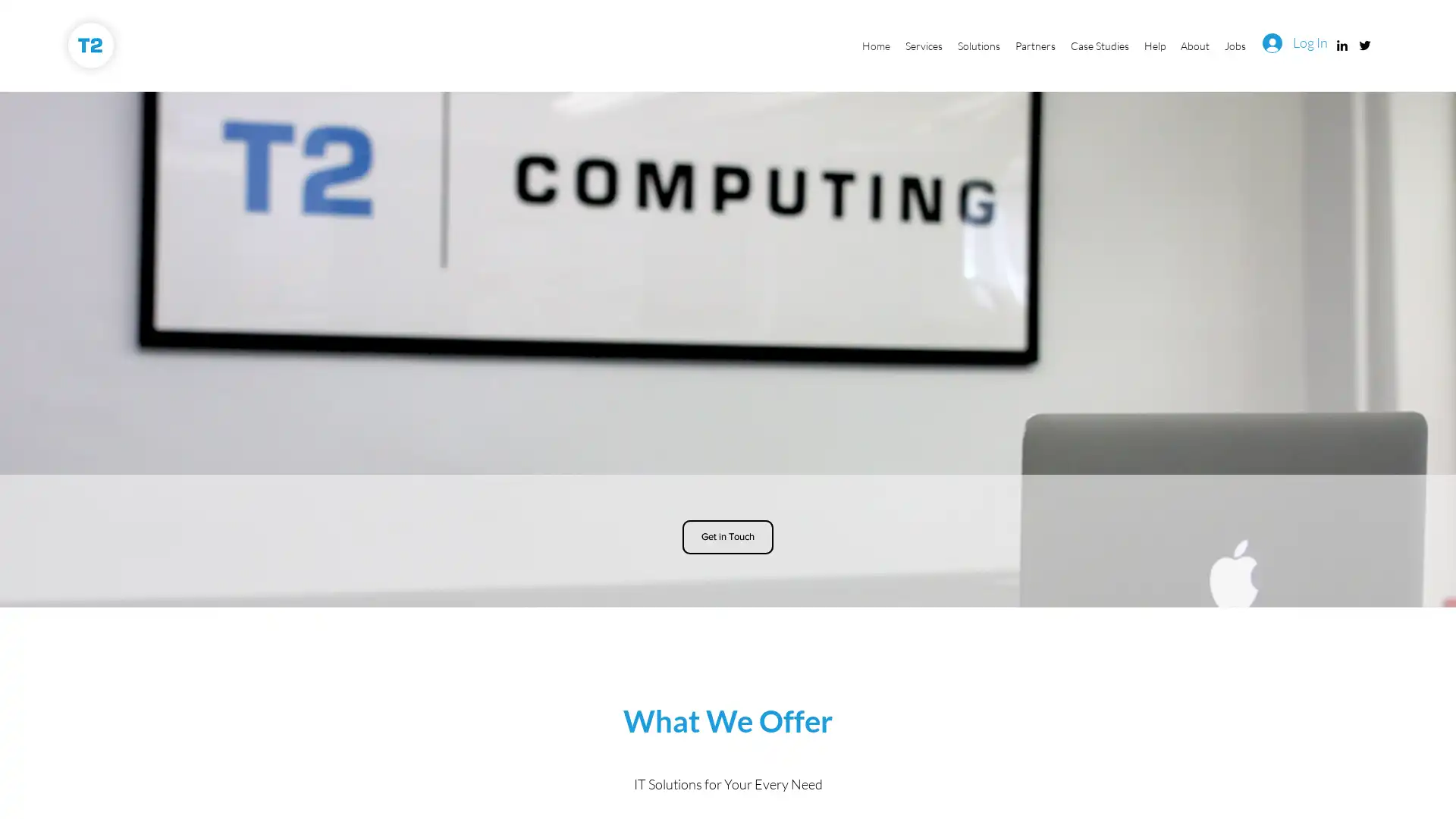 Image resolution: width=1456 pixels, height=819 pixels. What do you see at coordinates (1294, 42) in the screenshot?
I see `Log In` at bounding box center [1294, 42].